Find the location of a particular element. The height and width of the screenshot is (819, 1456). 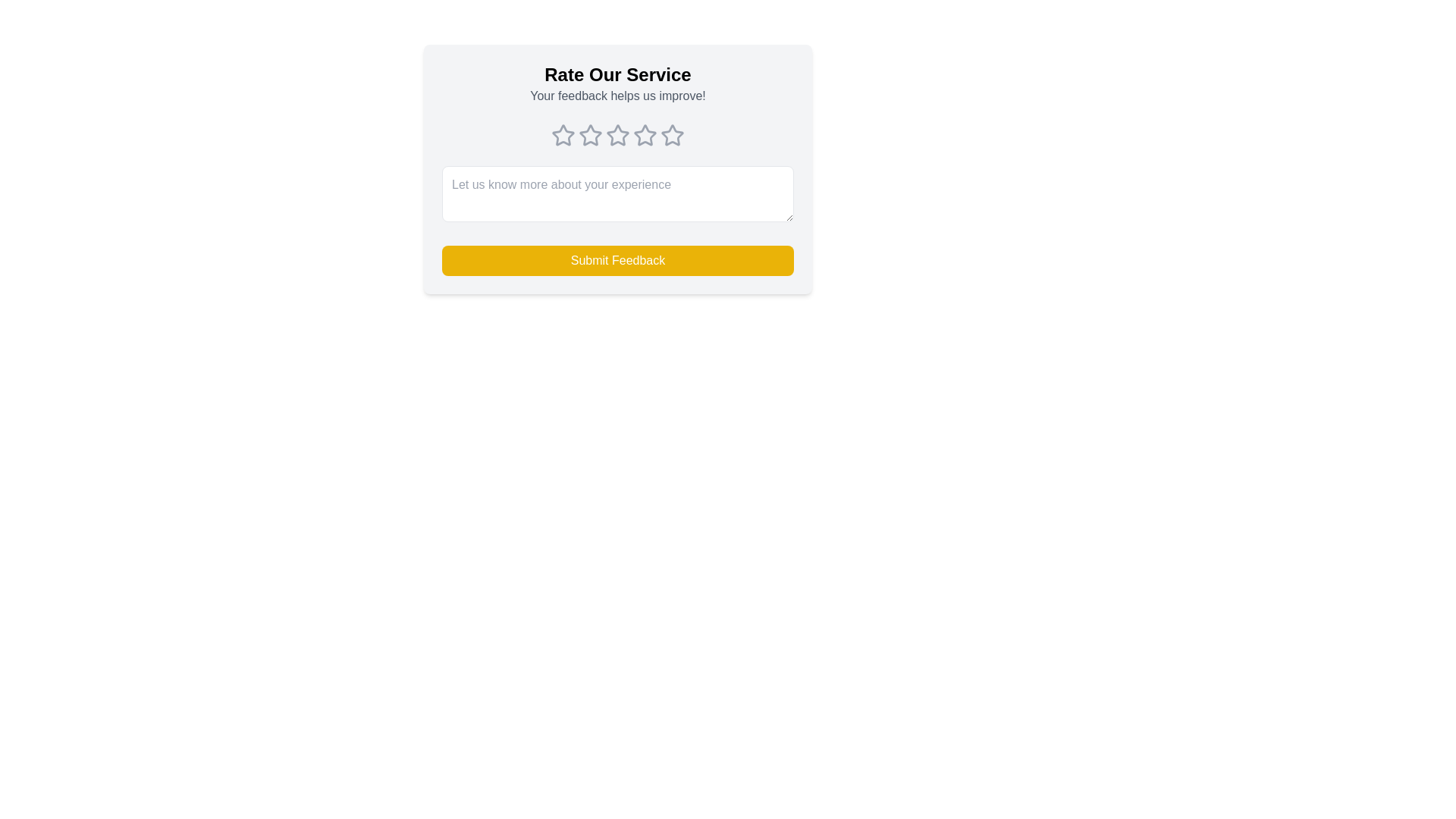

the third star icon in the row of five gray rating stars is located at coordinates (617, 133).